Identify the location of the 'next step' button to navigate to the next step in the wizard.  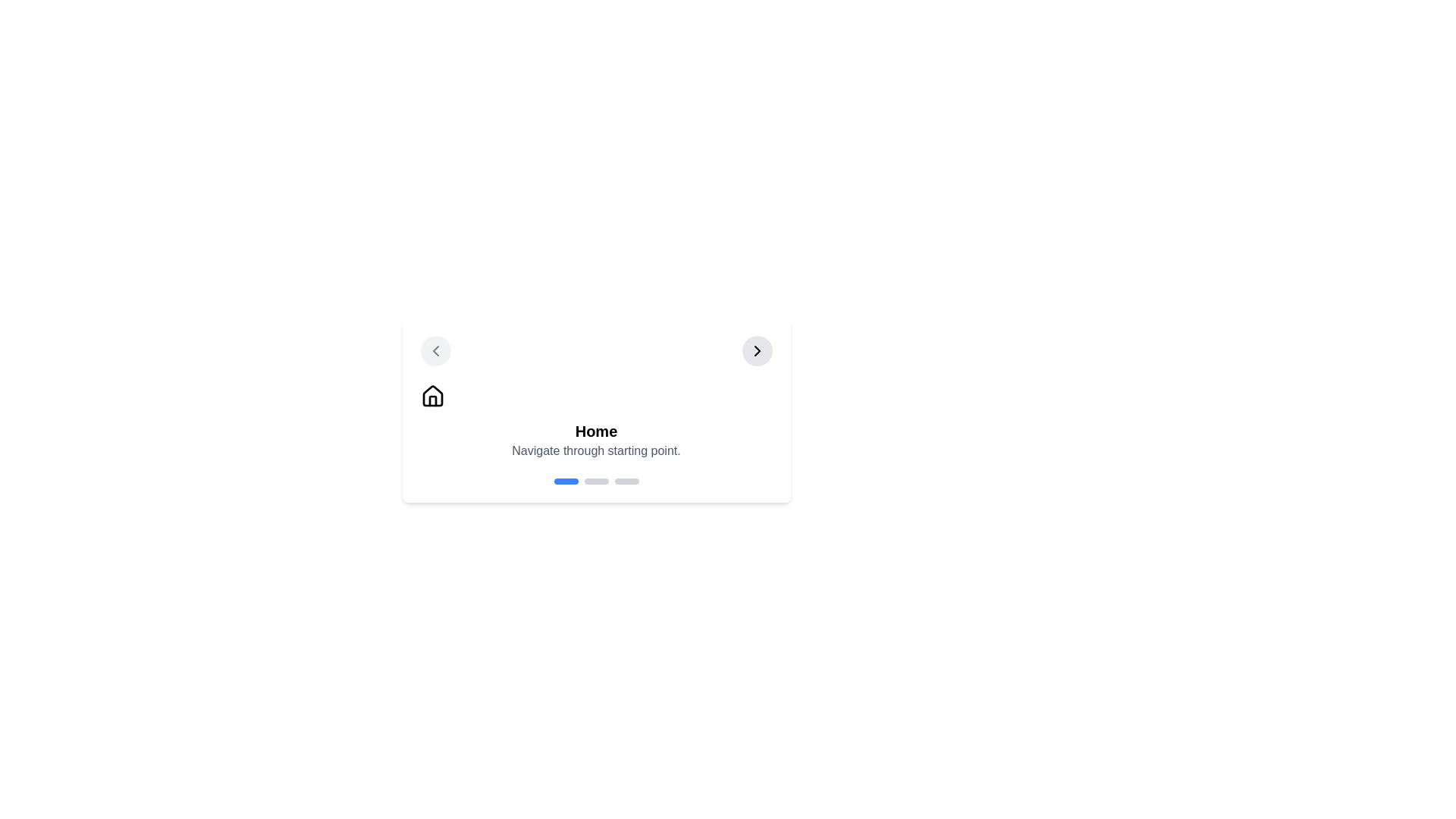
(757, 350).